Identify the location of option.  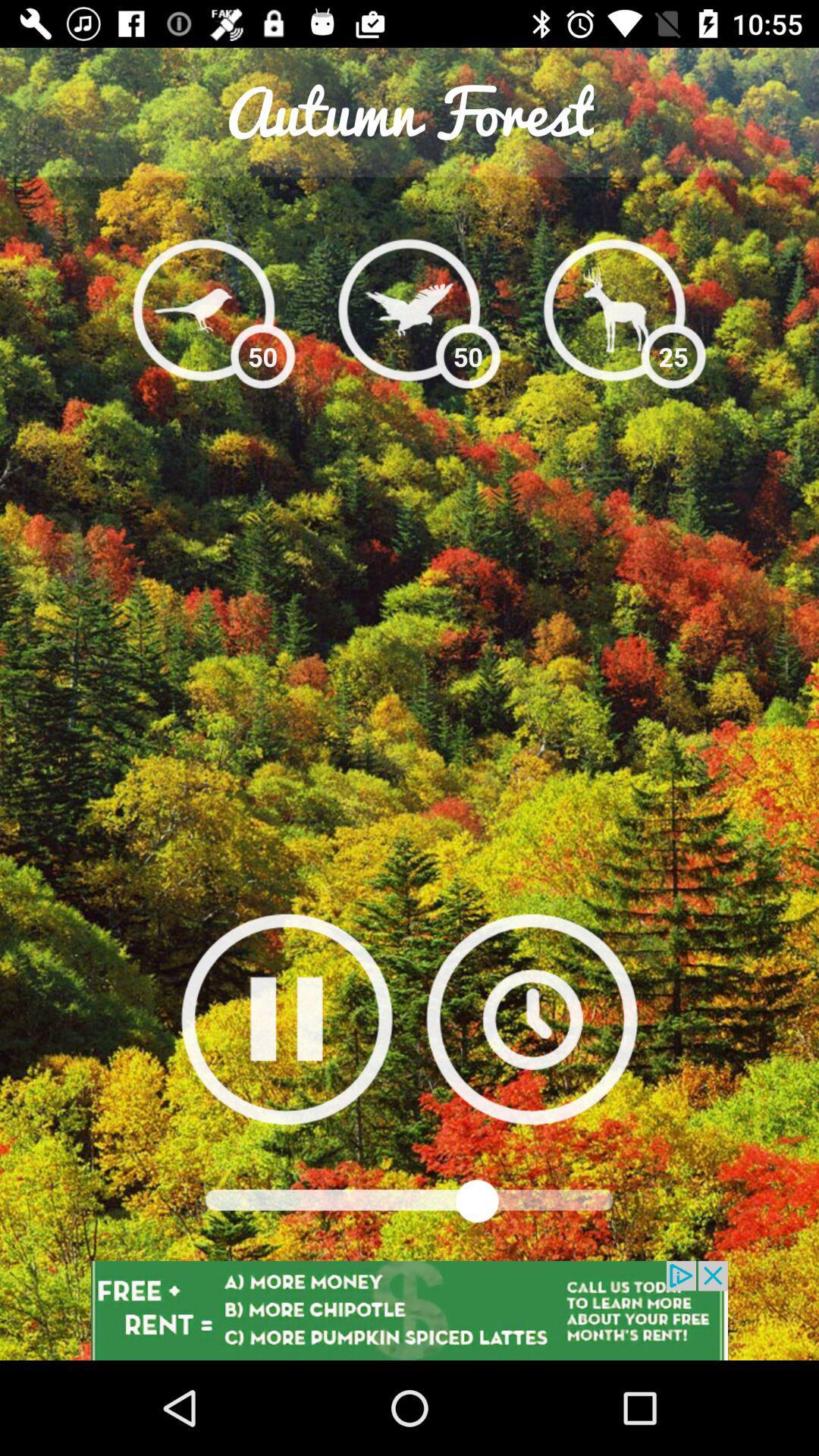
(287, 1018).